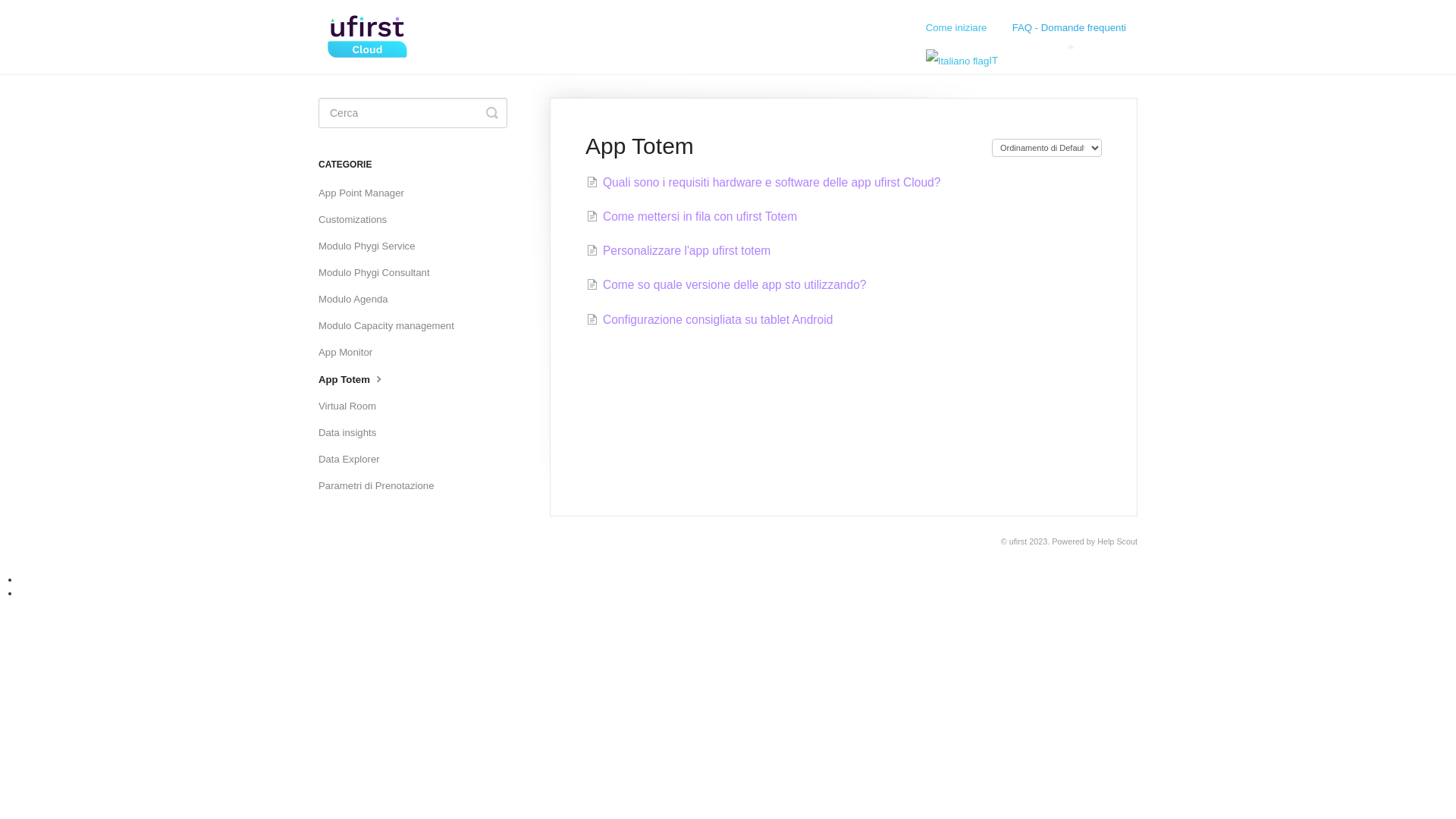 The image size is (1456, 819). I want to click on 'Virtual Room', so click(352, 406).